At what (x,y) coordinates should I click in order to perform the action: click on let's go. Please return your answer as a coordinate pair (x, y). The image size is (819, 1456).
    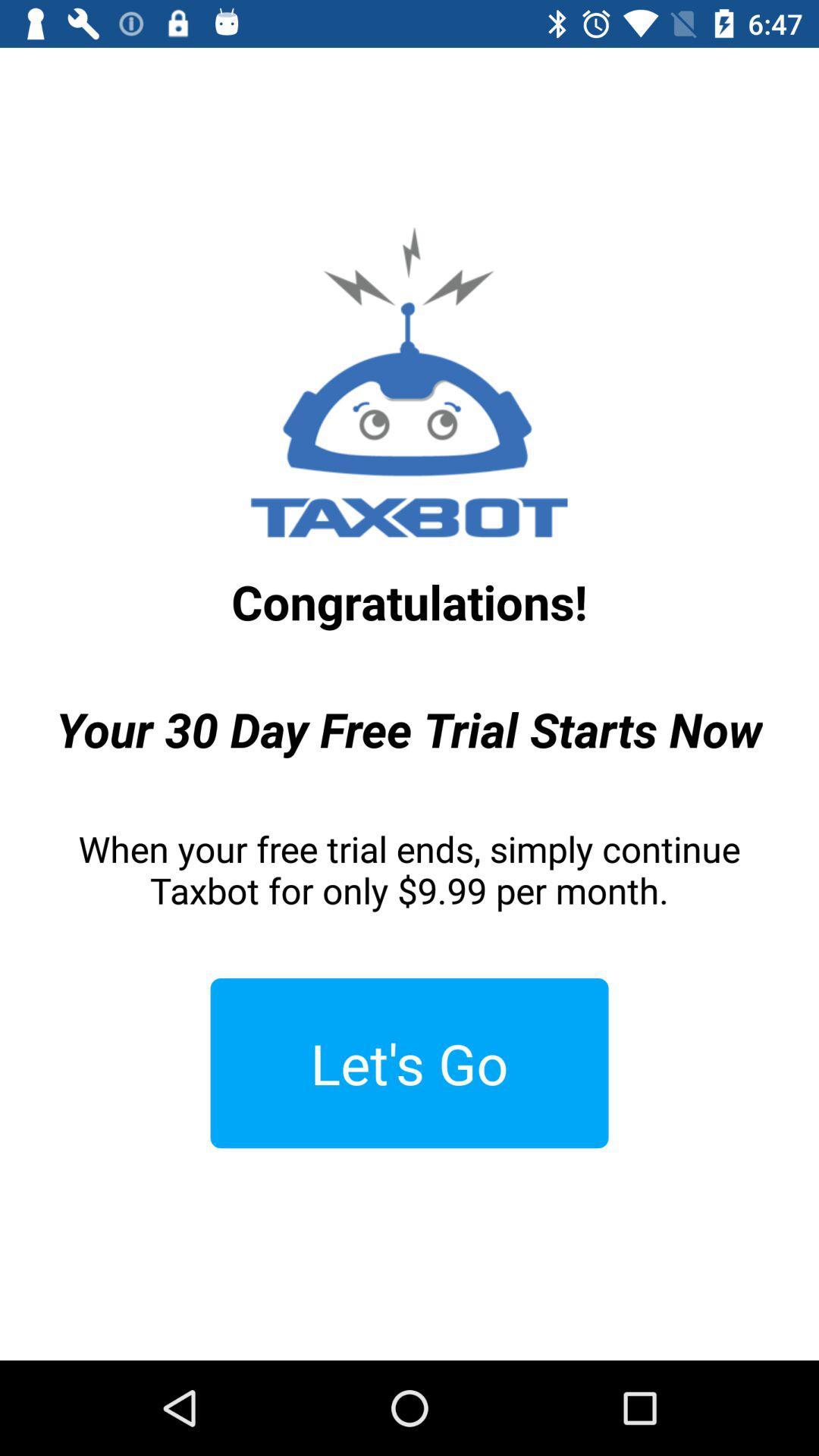
    Looking at the image, I should click on (409, 1062).